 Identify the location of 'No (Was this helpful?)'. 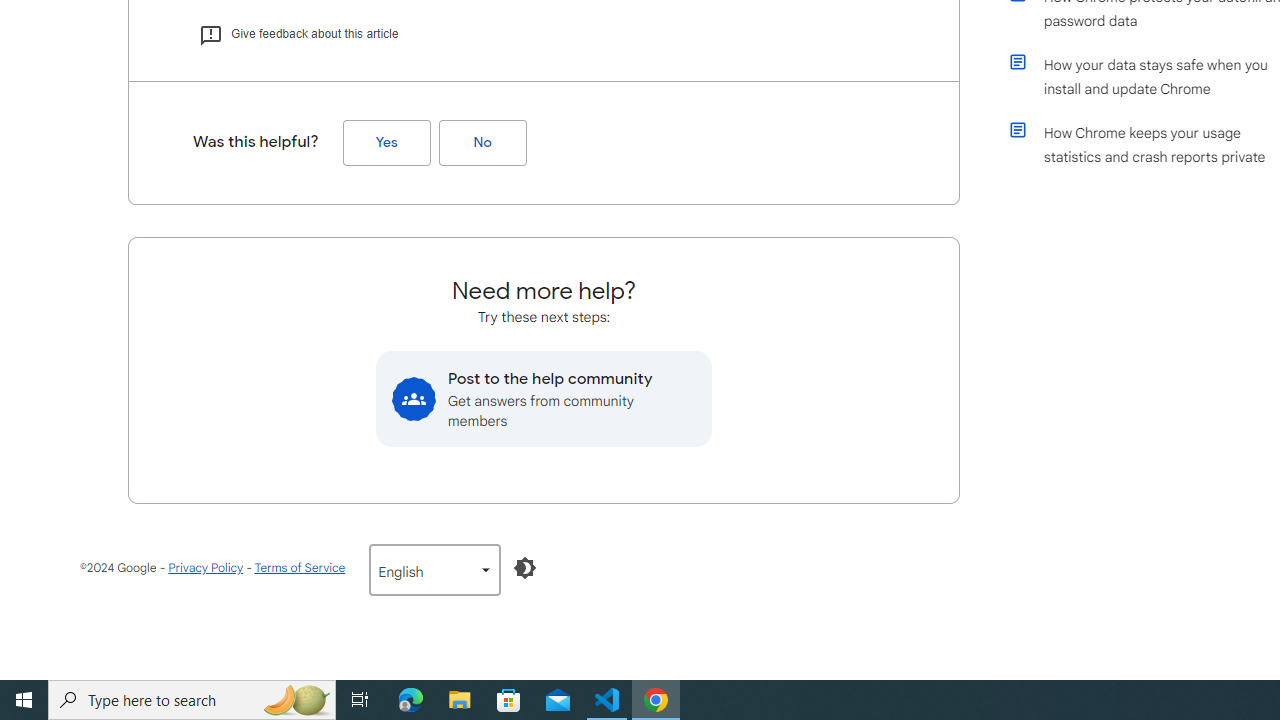
(482, 142).